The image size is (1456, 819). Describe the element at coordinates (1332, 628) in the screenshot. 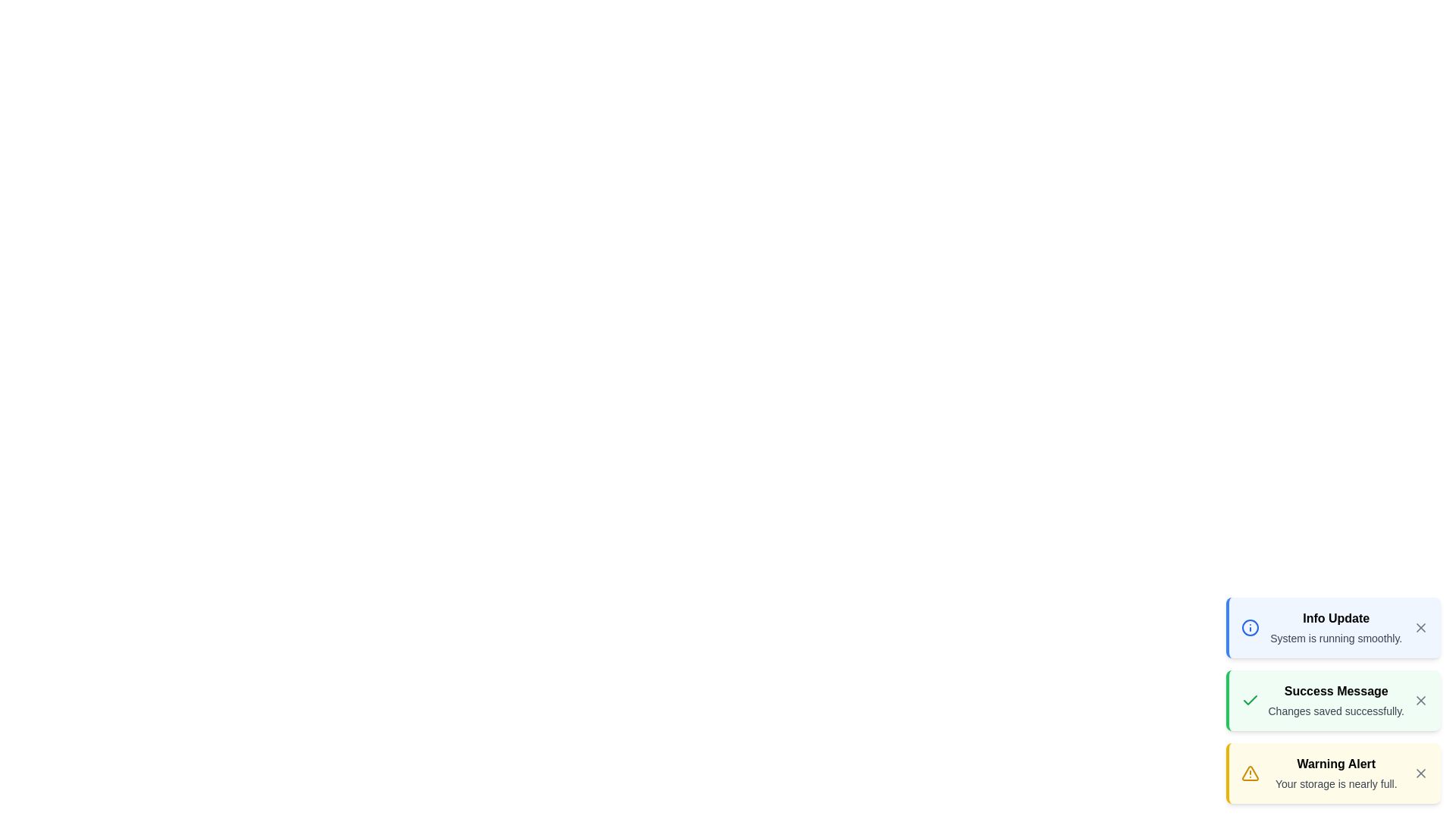

I see `the notification to read its details` at that location.